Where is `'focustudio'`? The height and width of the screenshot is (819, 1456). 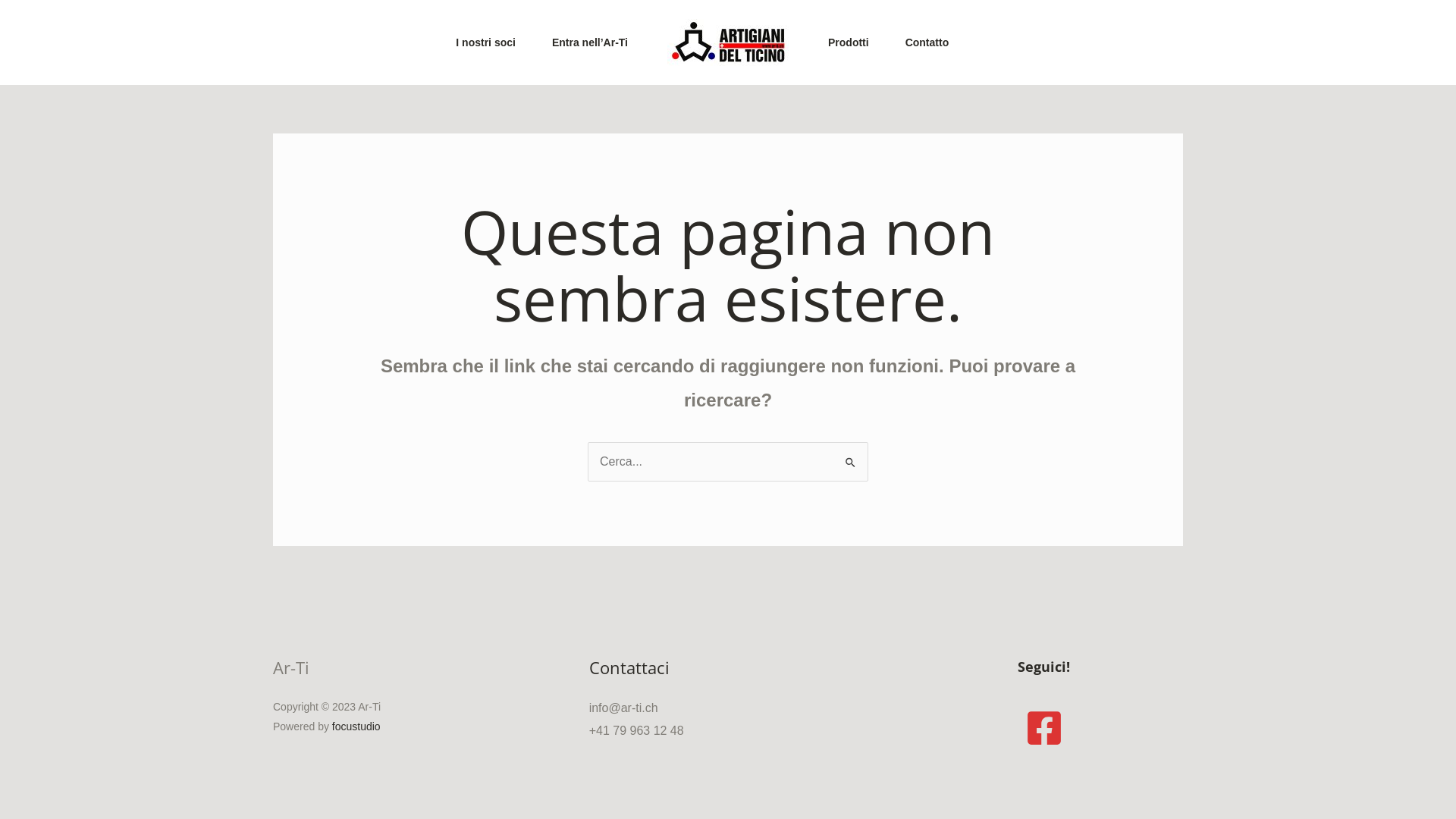 'focustudio' is located at coordinates (356, 725).